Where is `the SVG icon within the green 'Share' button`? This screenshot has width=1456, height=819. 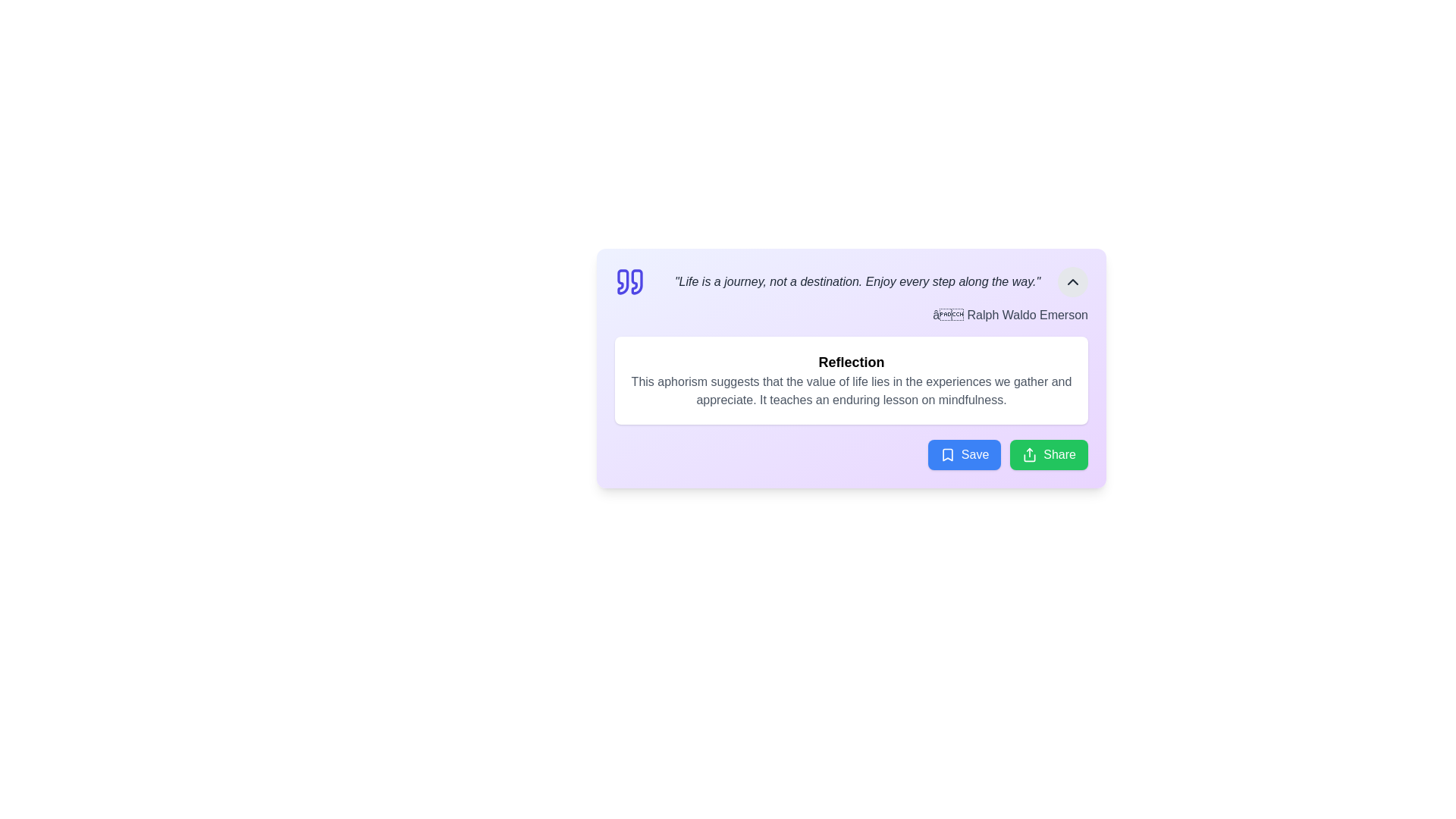 the SVG icon within the green 'Share' button is located at coordinates (1030, 454).